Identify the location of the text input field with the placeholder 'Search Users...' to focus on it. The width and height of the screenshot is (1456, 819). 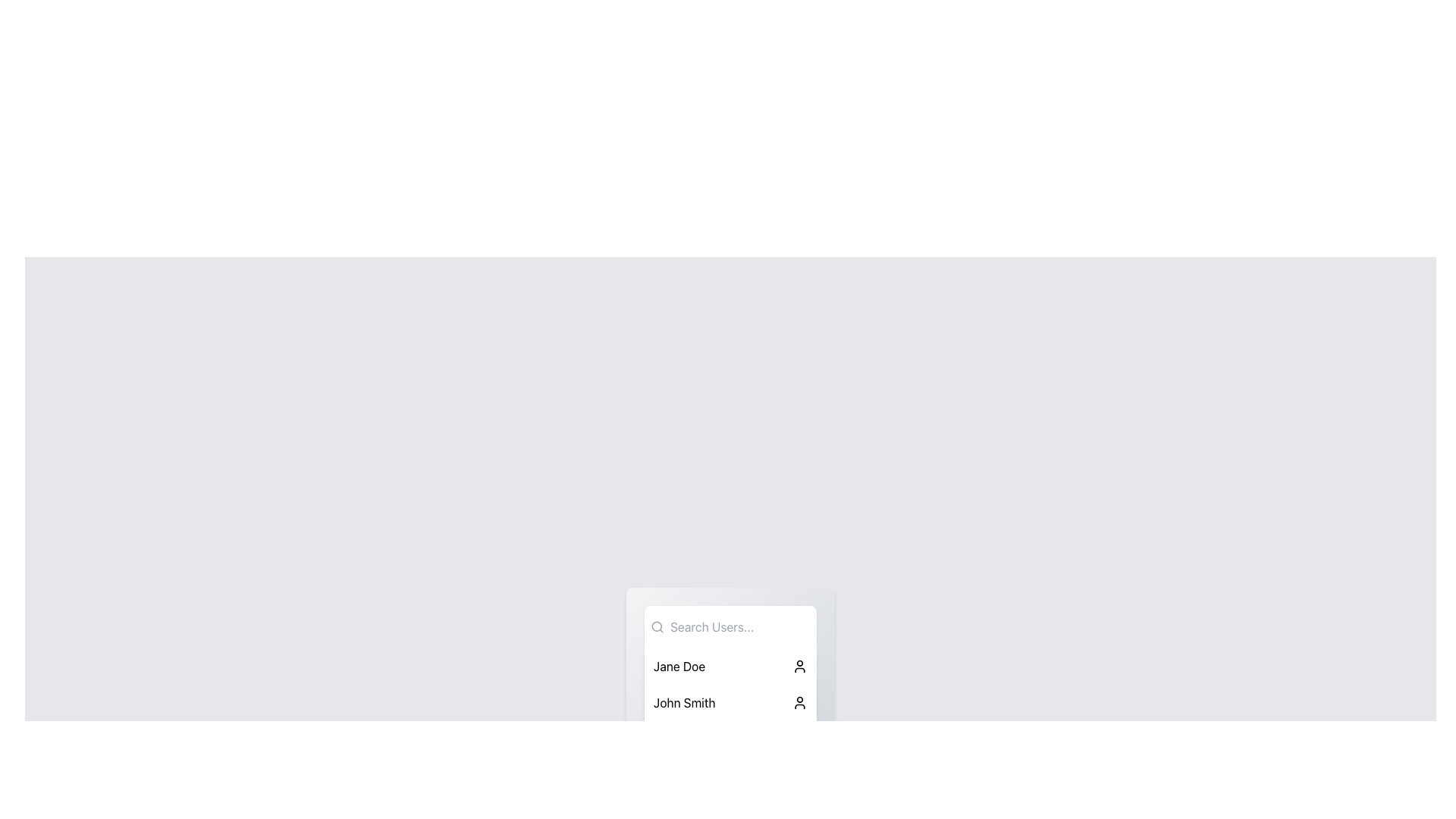
(737, 626).